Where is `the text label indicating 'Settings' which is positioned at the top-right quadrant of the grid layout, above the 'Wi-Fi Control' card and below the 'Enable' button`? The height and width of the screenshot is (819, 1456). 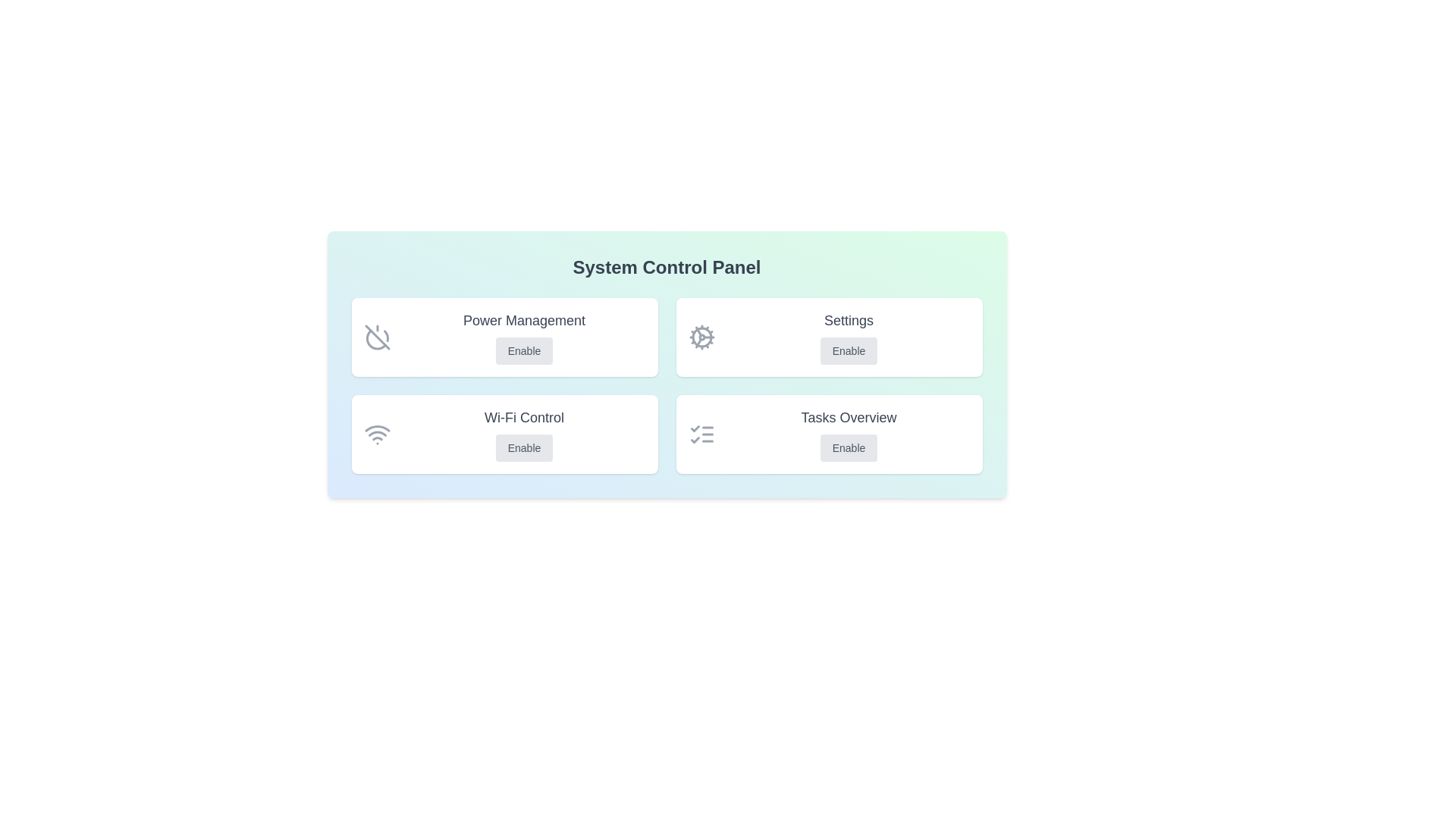 the text label indicating 'Settings' which is positioned at the top-right quadrant of the grid layout, above the 'Wi-Fi Control' card and below the 'Enable' button is located at coordinates (848, 320).